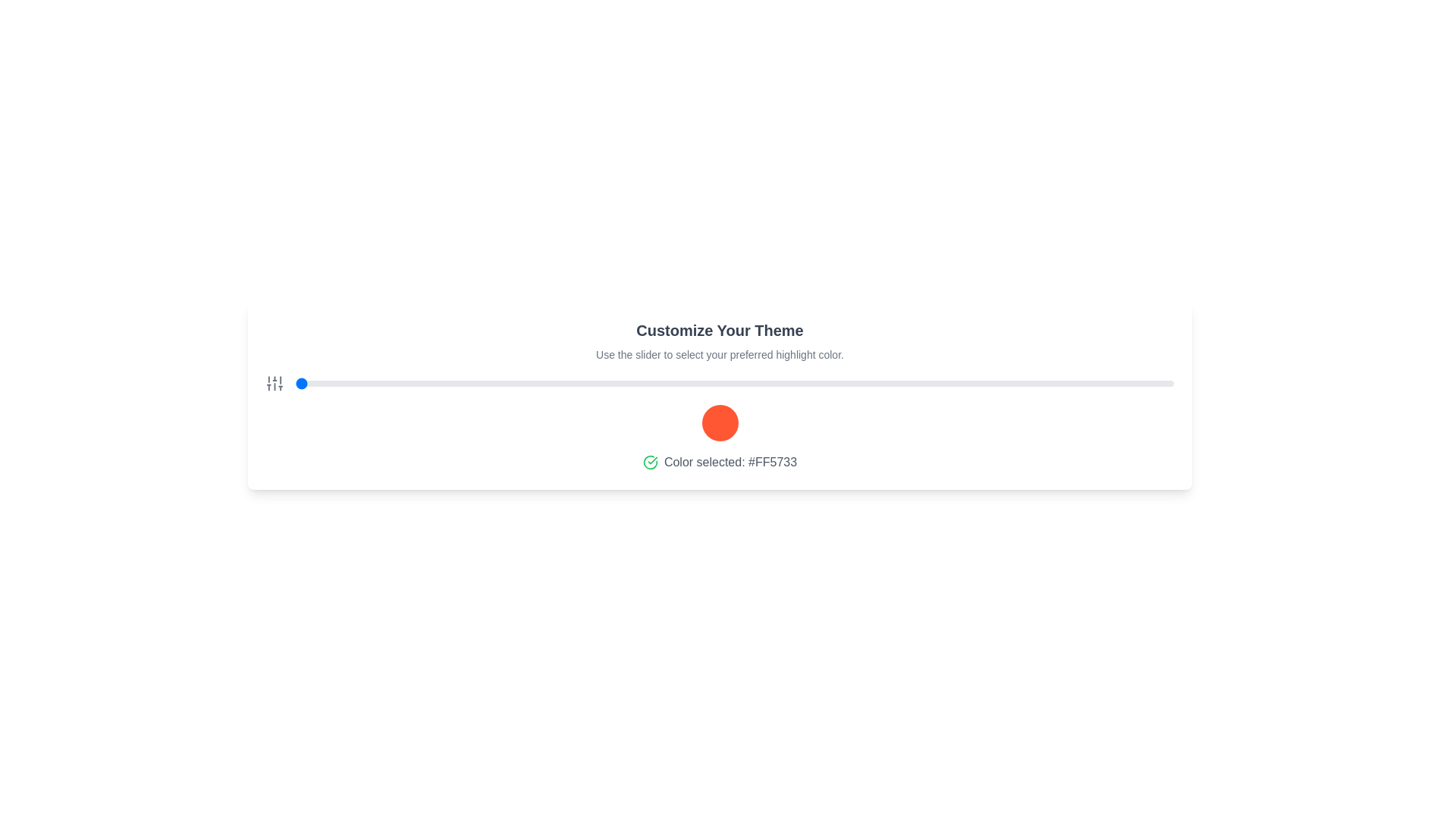 The image size is (1456, 819). Describe the element at coordinates (880, 382) in the screenshot. I see `the slider value` at that location.